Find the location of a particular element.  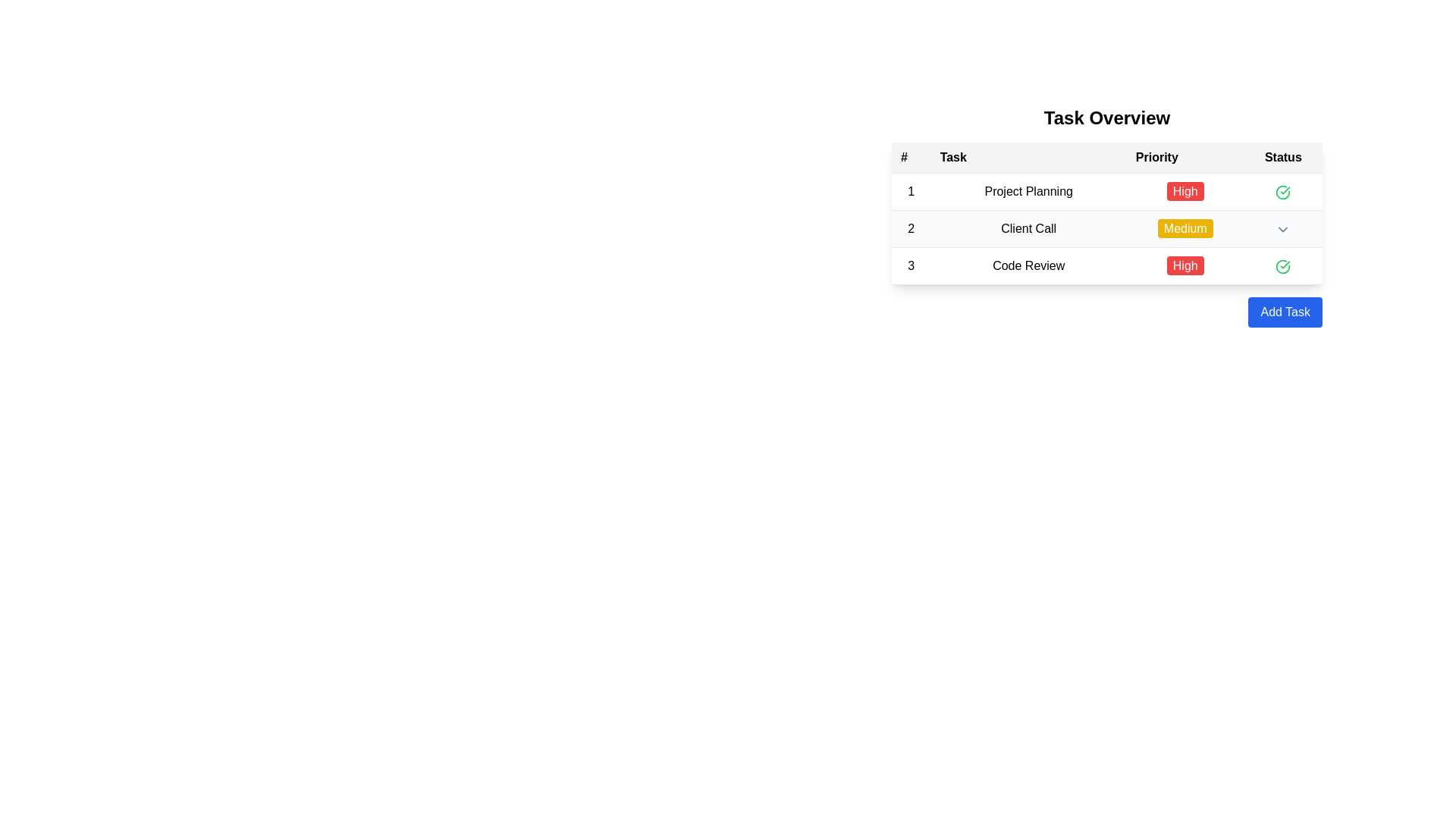

the rectangular button with rounded corners, red background, and white text reading 'High' in the 'Priority' column of the 'Code Review' row is located at coordinates (1185, 265).